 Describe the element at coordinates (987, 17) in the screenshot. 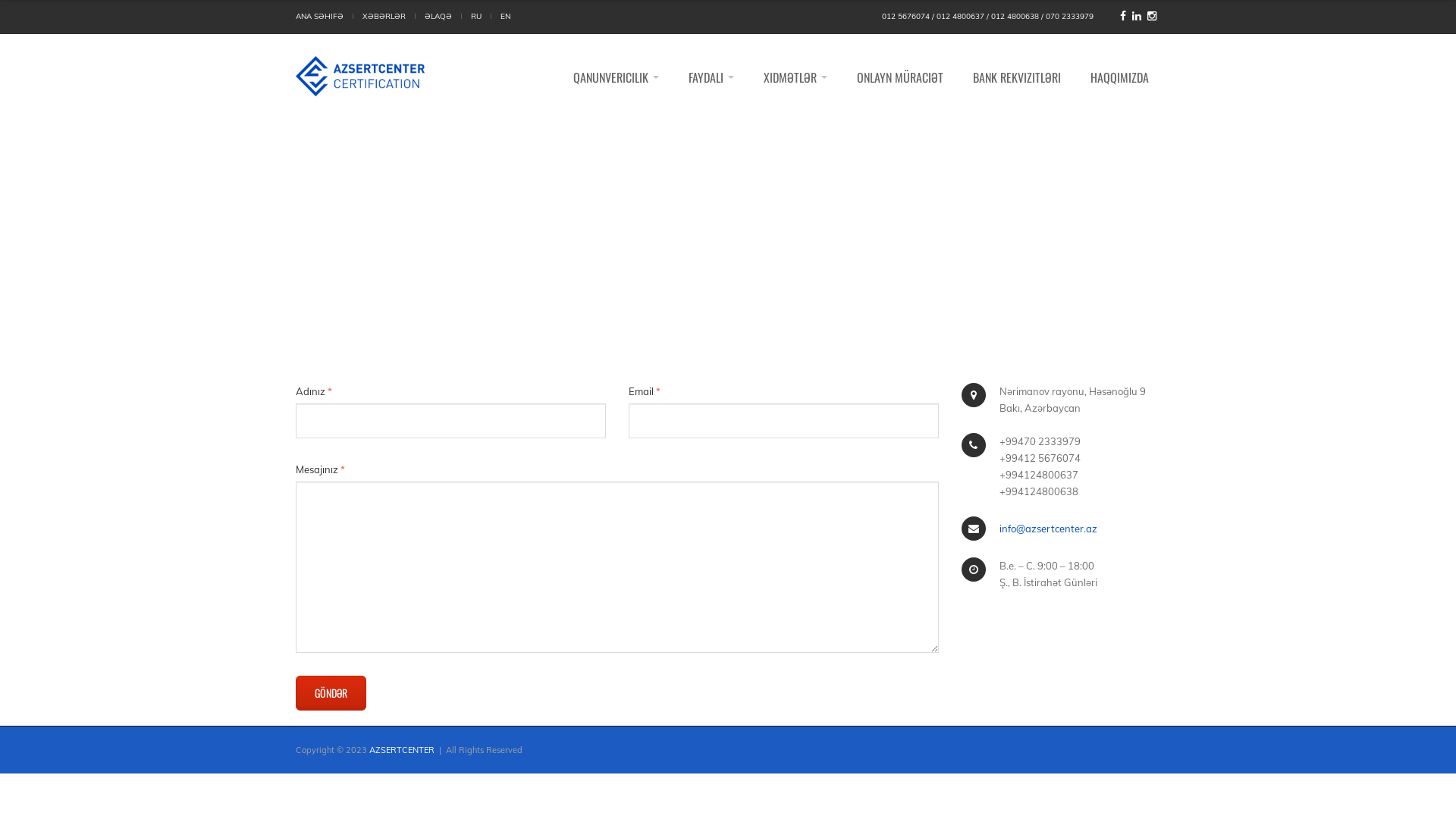

I see `'012 5676074 / 012 4800637 / 012 4800638 / 070 2333979'` at that location.